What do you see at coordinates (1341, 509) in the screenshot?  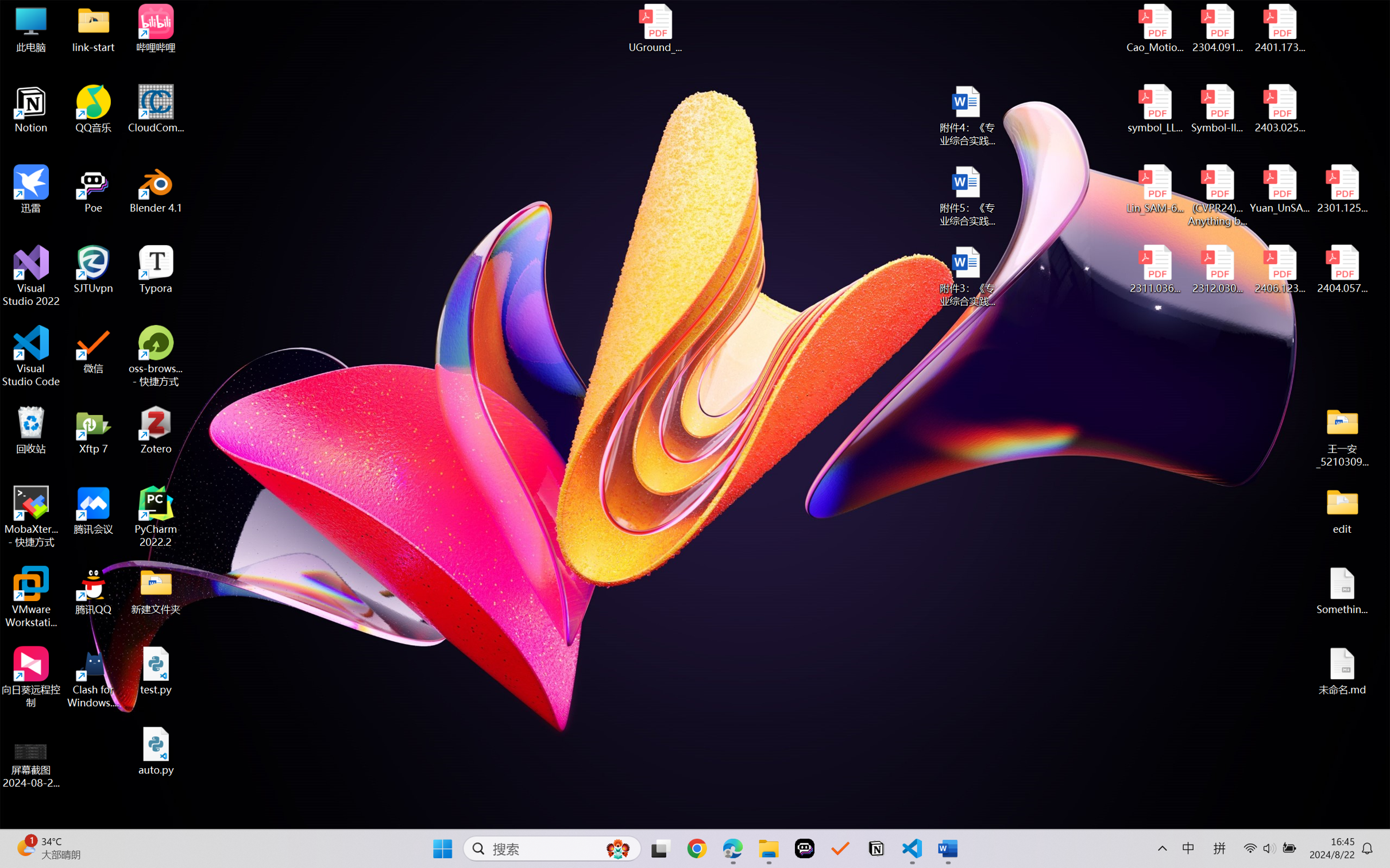 I see `'edit'` at bounding box center [1341, 509].